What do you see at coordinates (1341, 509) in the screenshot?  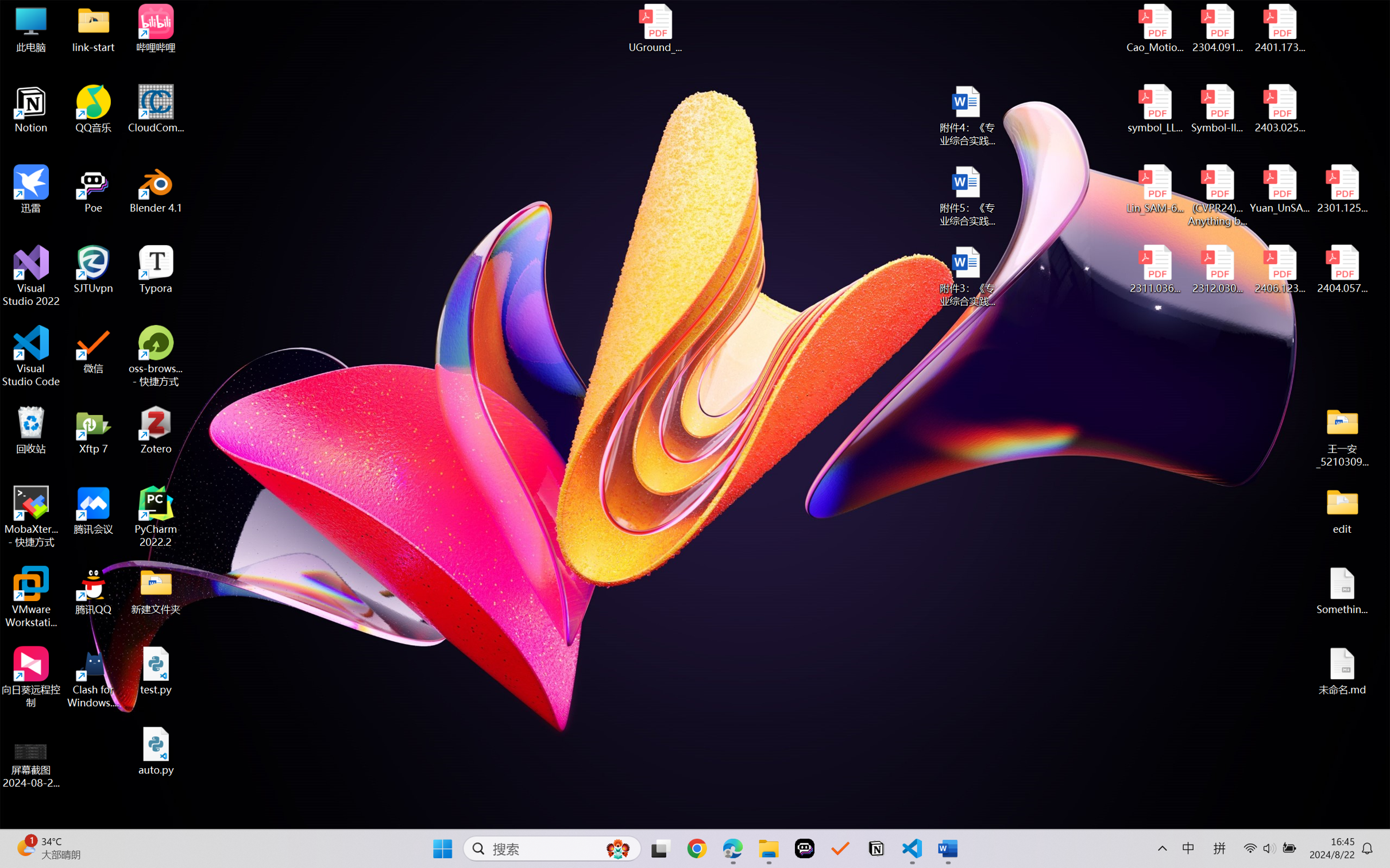 I see `'edit'` at bounding box center [1341, 509].